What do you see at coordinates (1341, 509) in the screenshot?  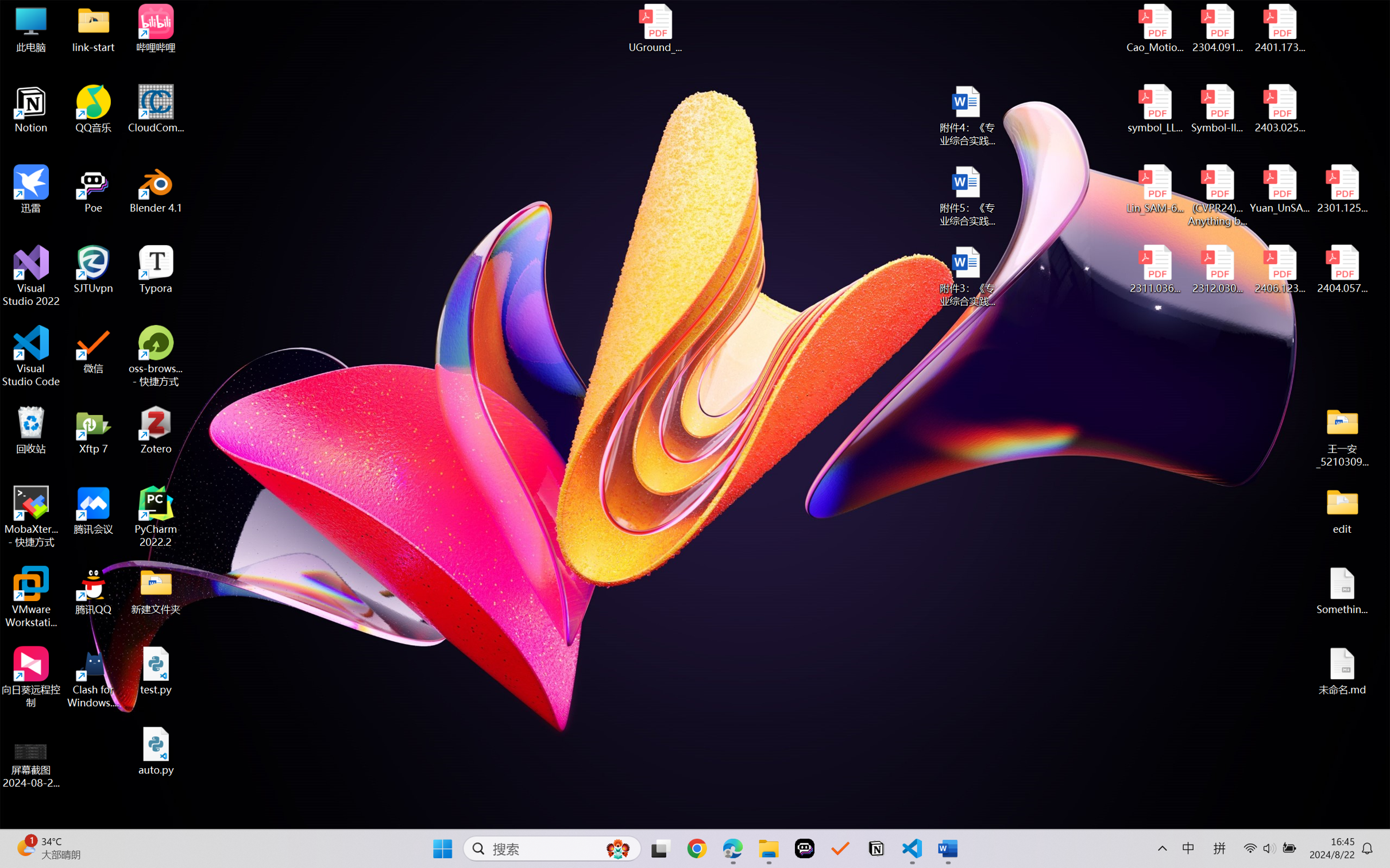 I see `'edit'` at bounding box center [1341, 509].